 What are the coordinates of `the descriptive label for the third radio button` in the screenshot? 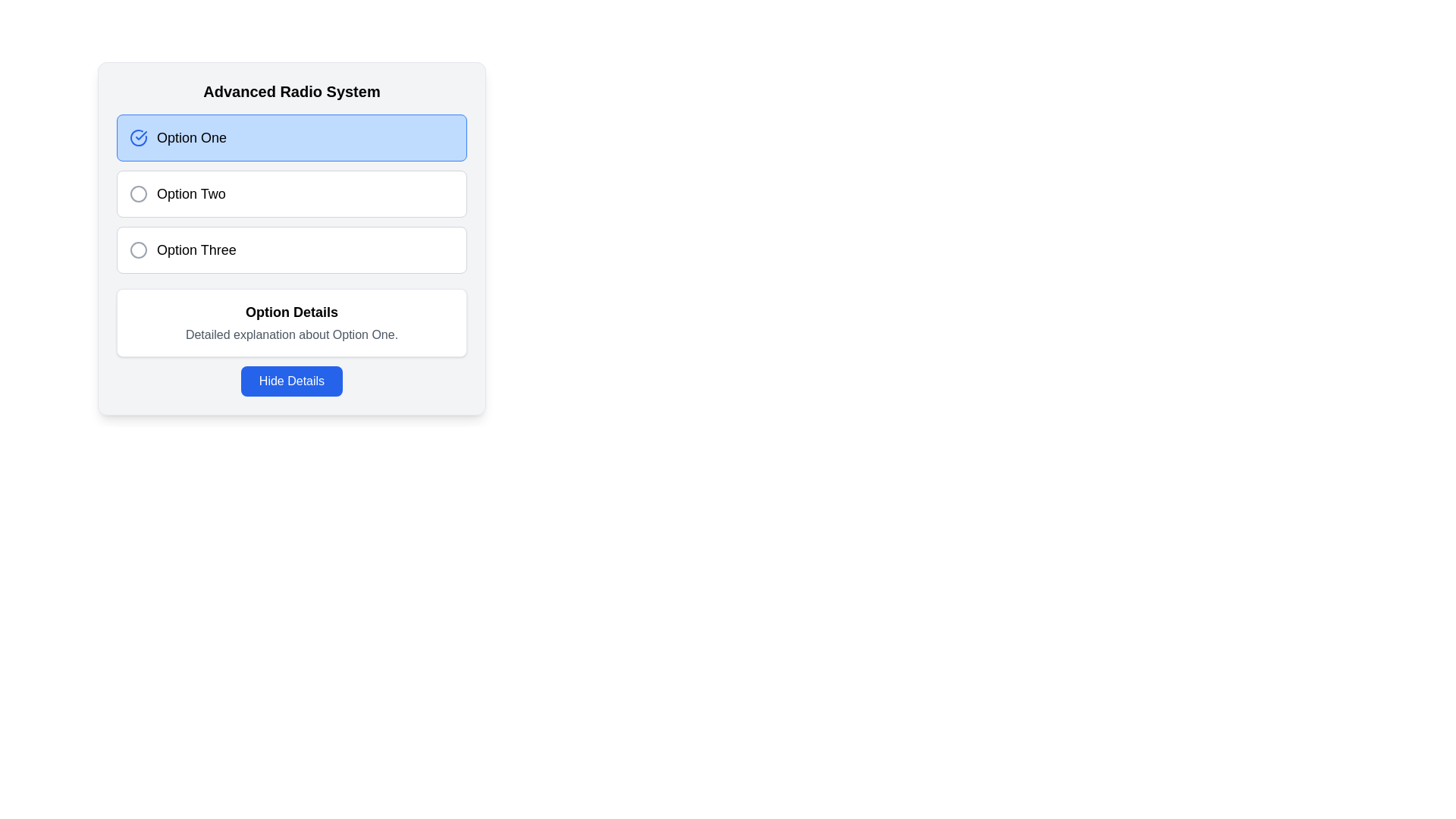 It's located at (196, 249).